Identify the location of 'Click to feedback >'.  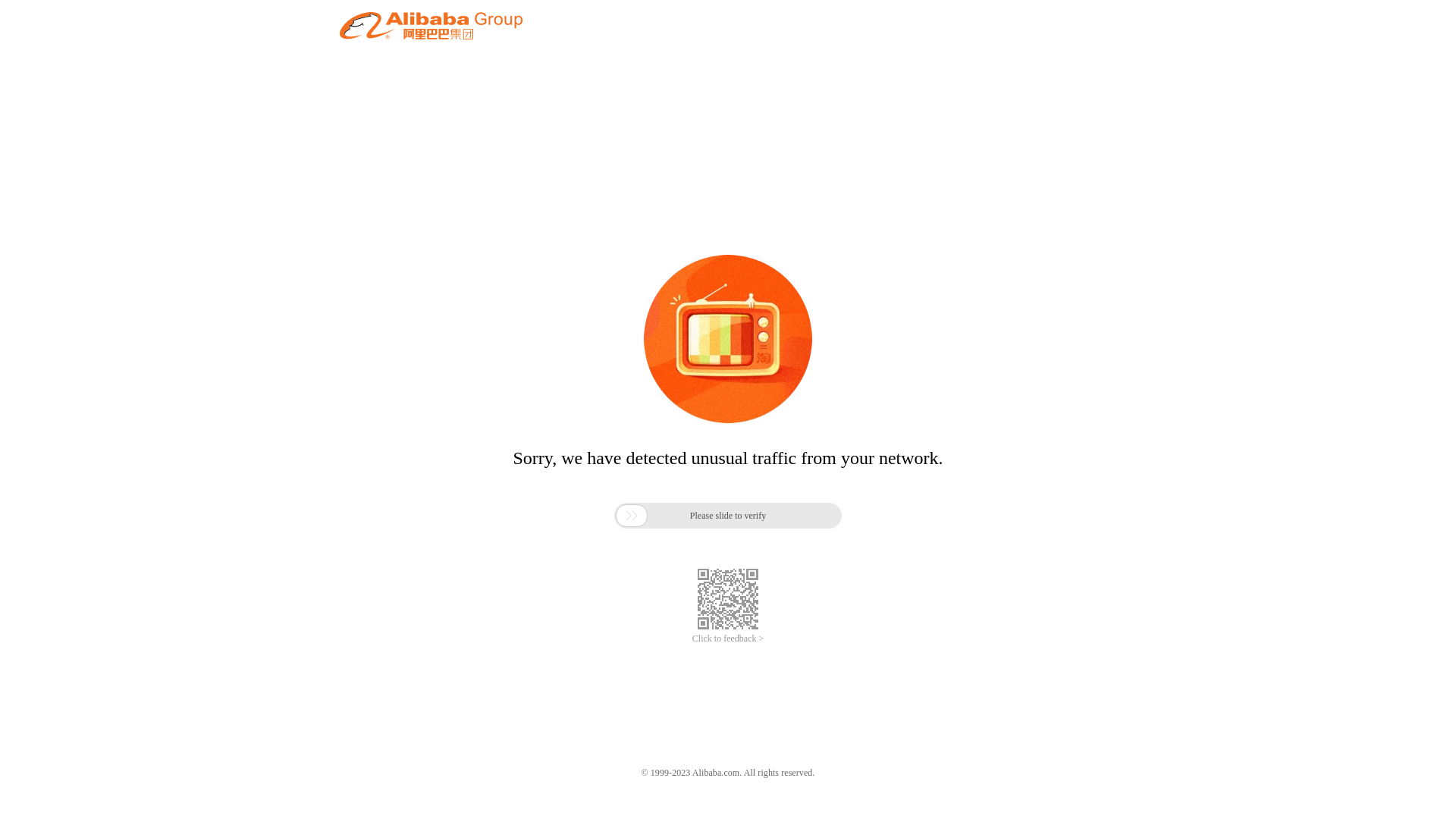
(728, 639).